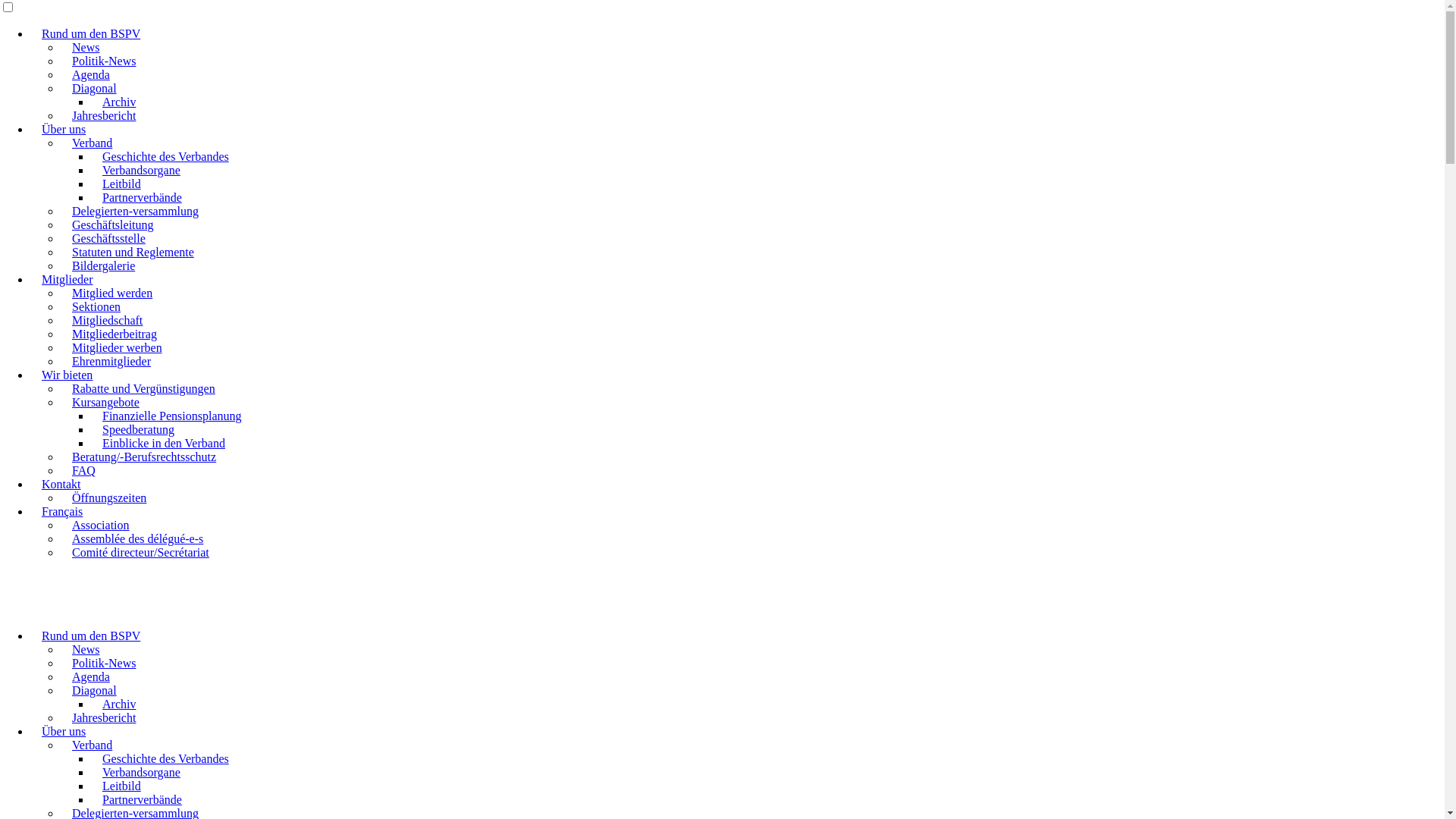 The height and width of the screenshot is (819, 1456). What do you see at coordinates (102, 265) in the screenshot?
I see `'Bildergalerie'` at bounding box center [102, 265].